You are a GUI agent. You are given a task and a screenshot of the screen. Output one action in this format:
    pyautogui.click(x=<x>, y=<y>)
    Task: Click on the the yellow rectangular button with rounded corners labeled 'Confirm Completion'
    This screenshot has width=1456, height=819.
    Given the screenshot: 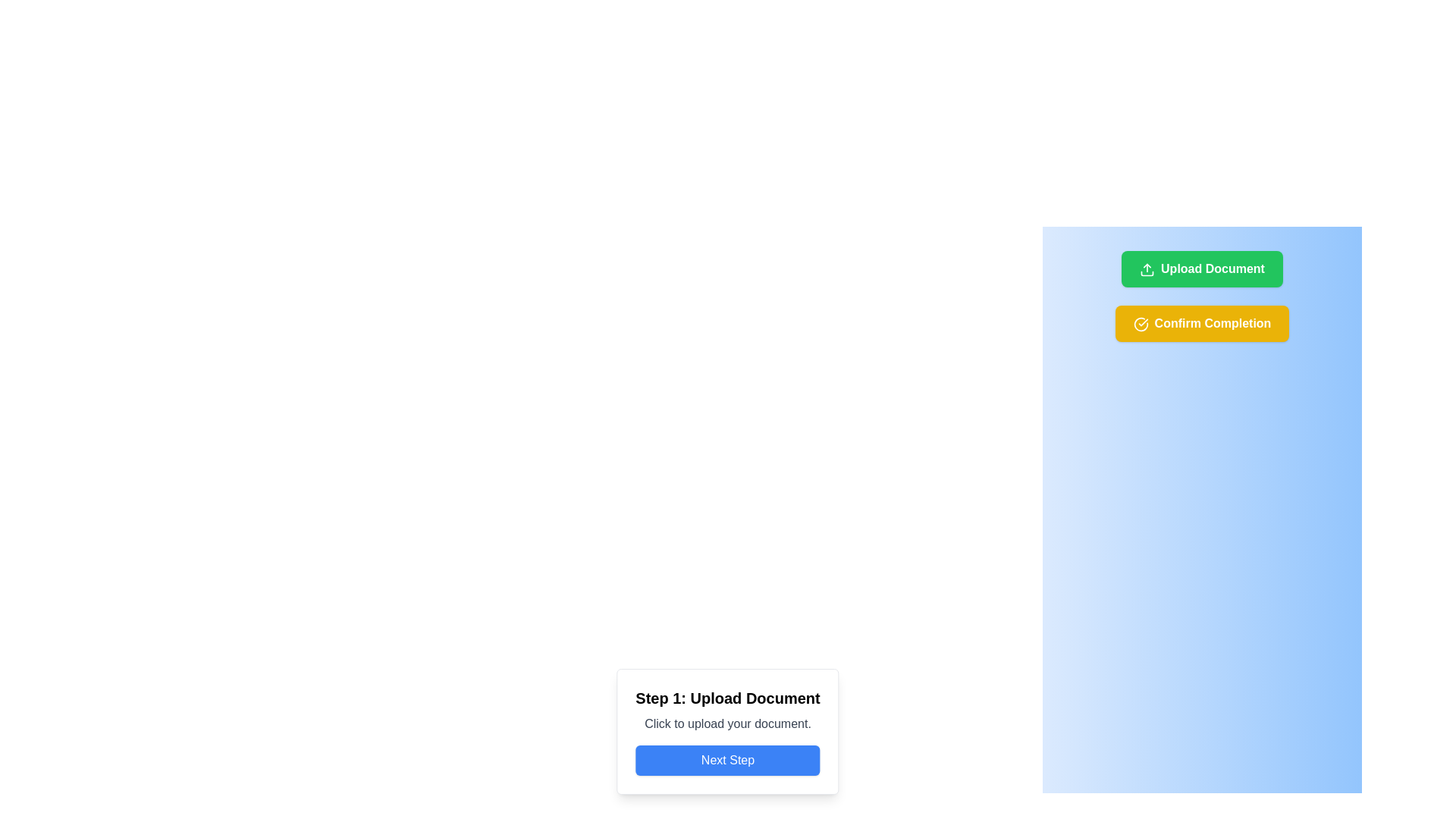 What is the action you would take?
    pyautogui.click(x=1201, y=323)
    